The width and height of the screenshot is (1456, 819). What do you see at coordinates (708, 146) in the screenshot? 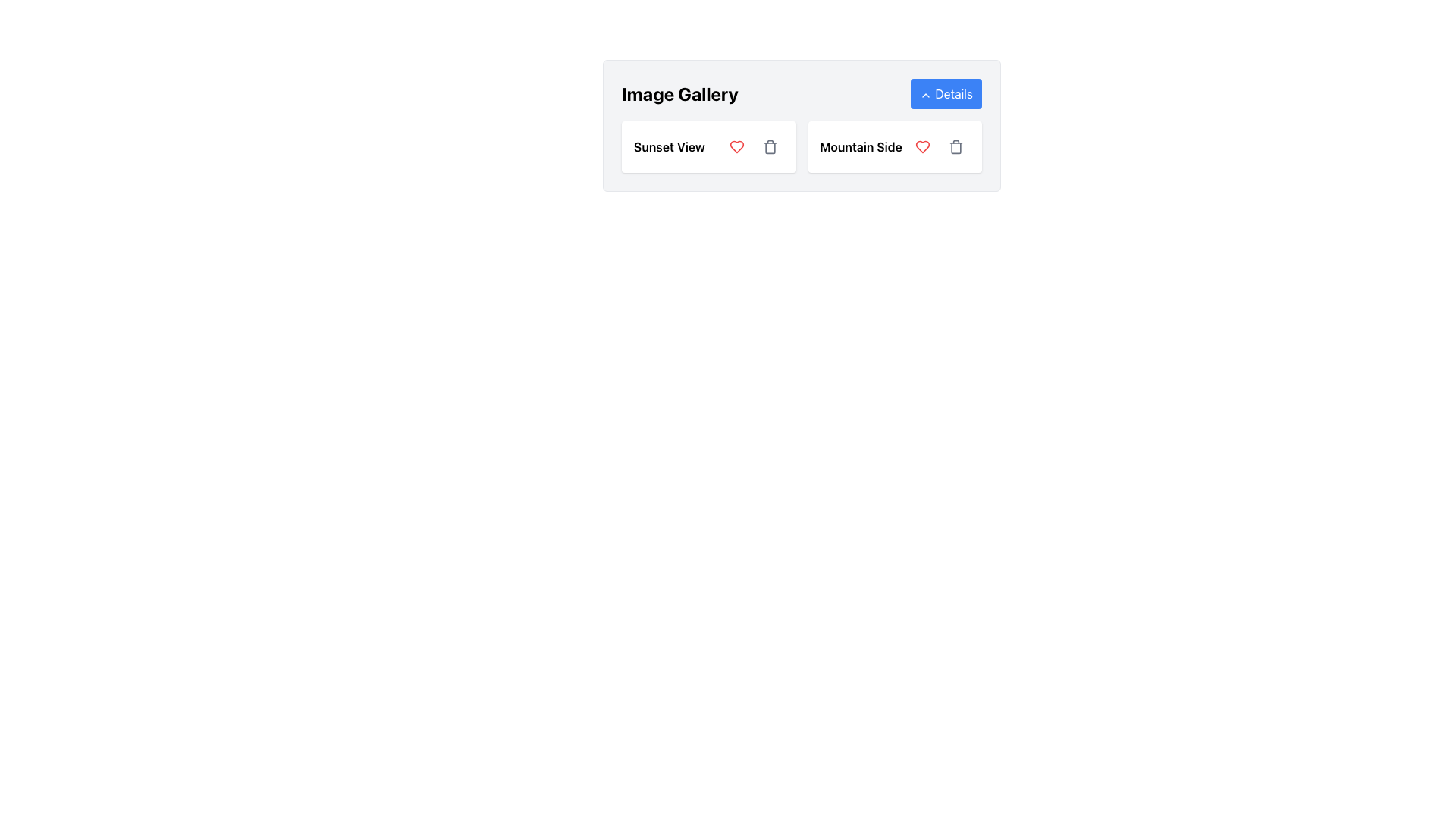
I see `the text of the first card item in the gallery` at bounding box center [708, 146].